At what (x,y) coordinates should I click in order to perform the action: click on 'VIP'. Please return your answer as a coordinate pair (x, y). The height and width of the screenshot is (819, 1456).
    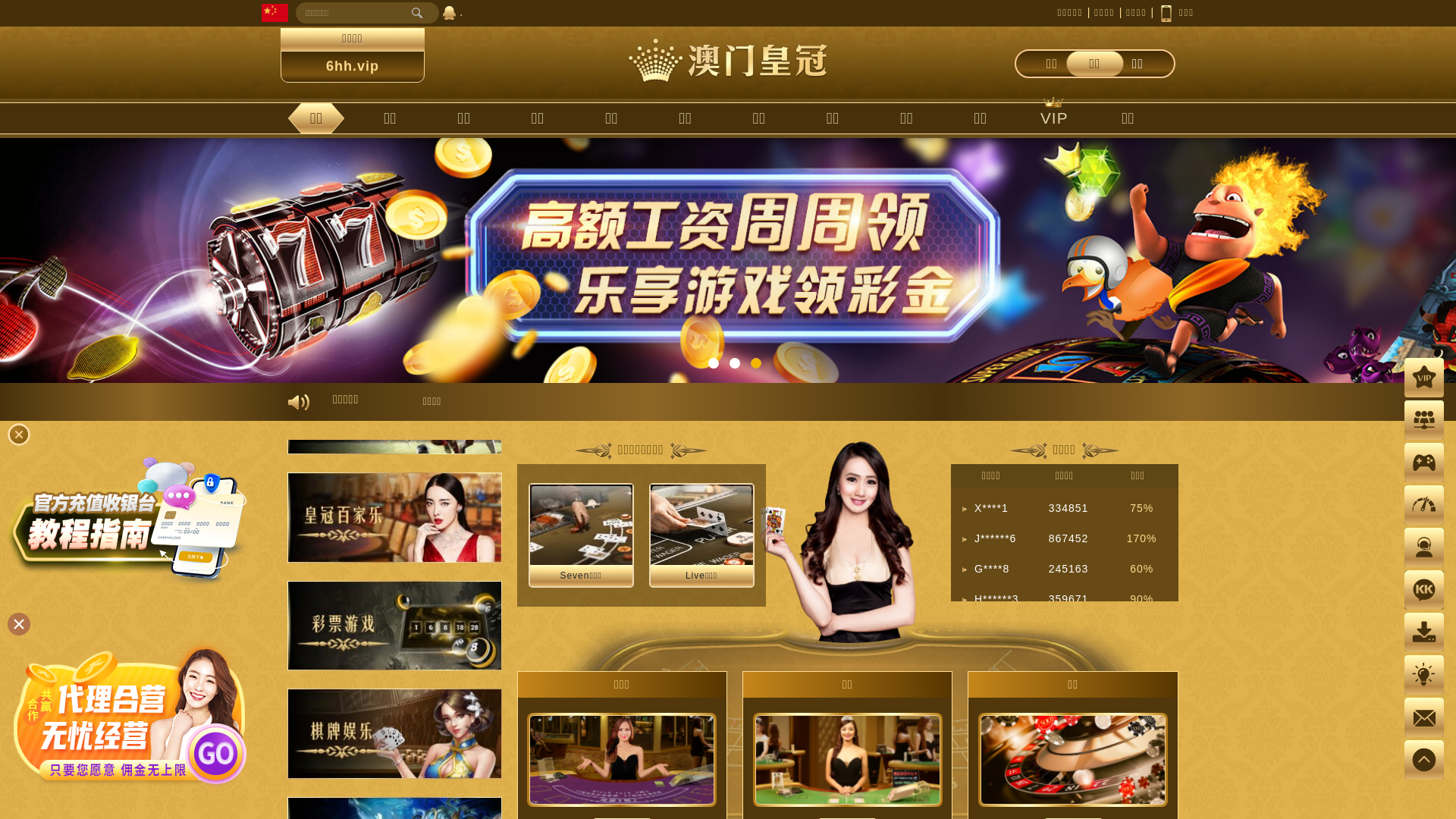
    Looking at the image, I should click on (1053, 117).